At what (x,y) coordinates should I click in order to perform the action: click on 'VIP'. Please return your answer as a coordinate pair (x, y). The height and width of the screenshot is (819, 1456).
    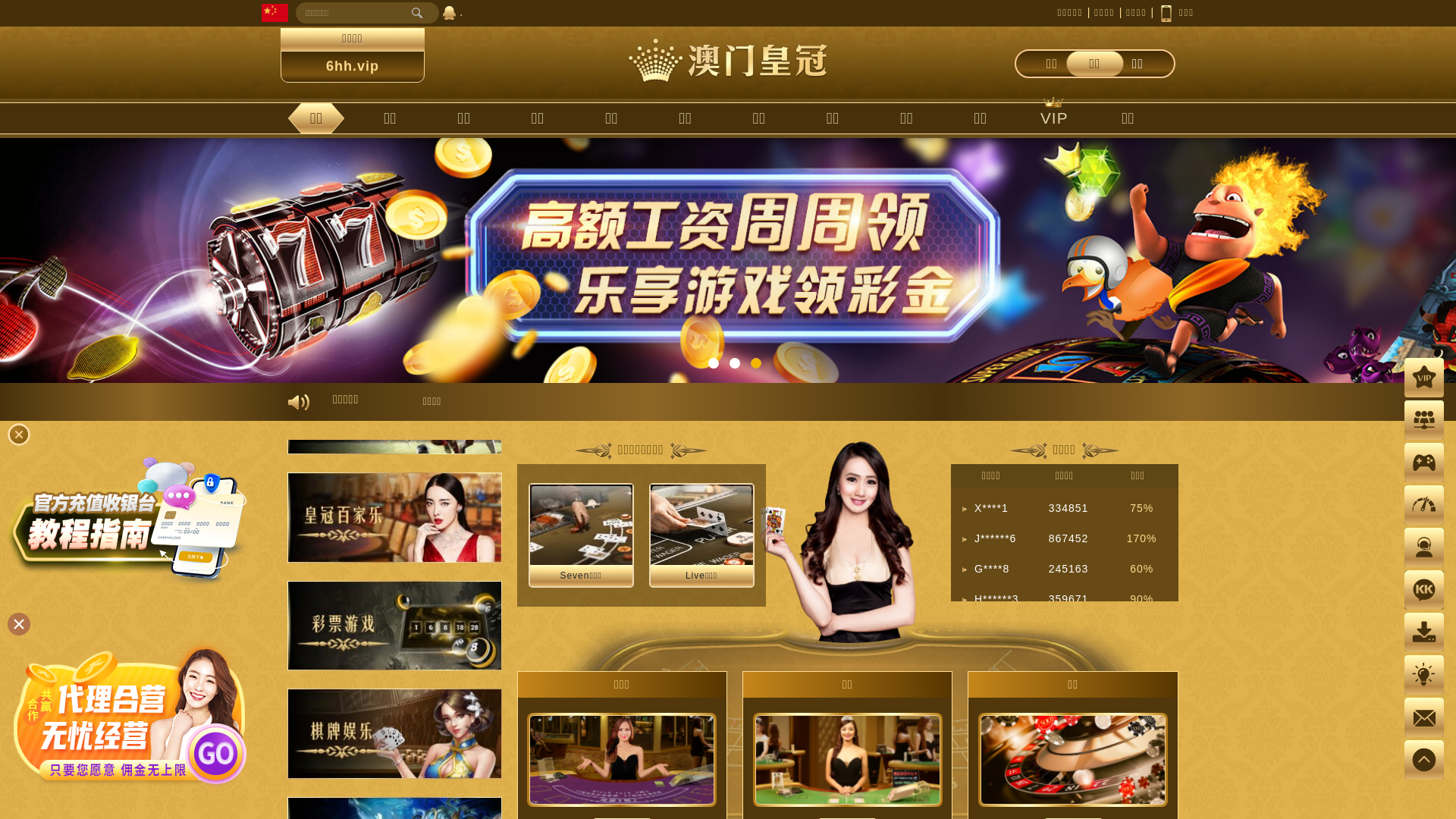
    Looking at the image, I should click on (1053, 117).